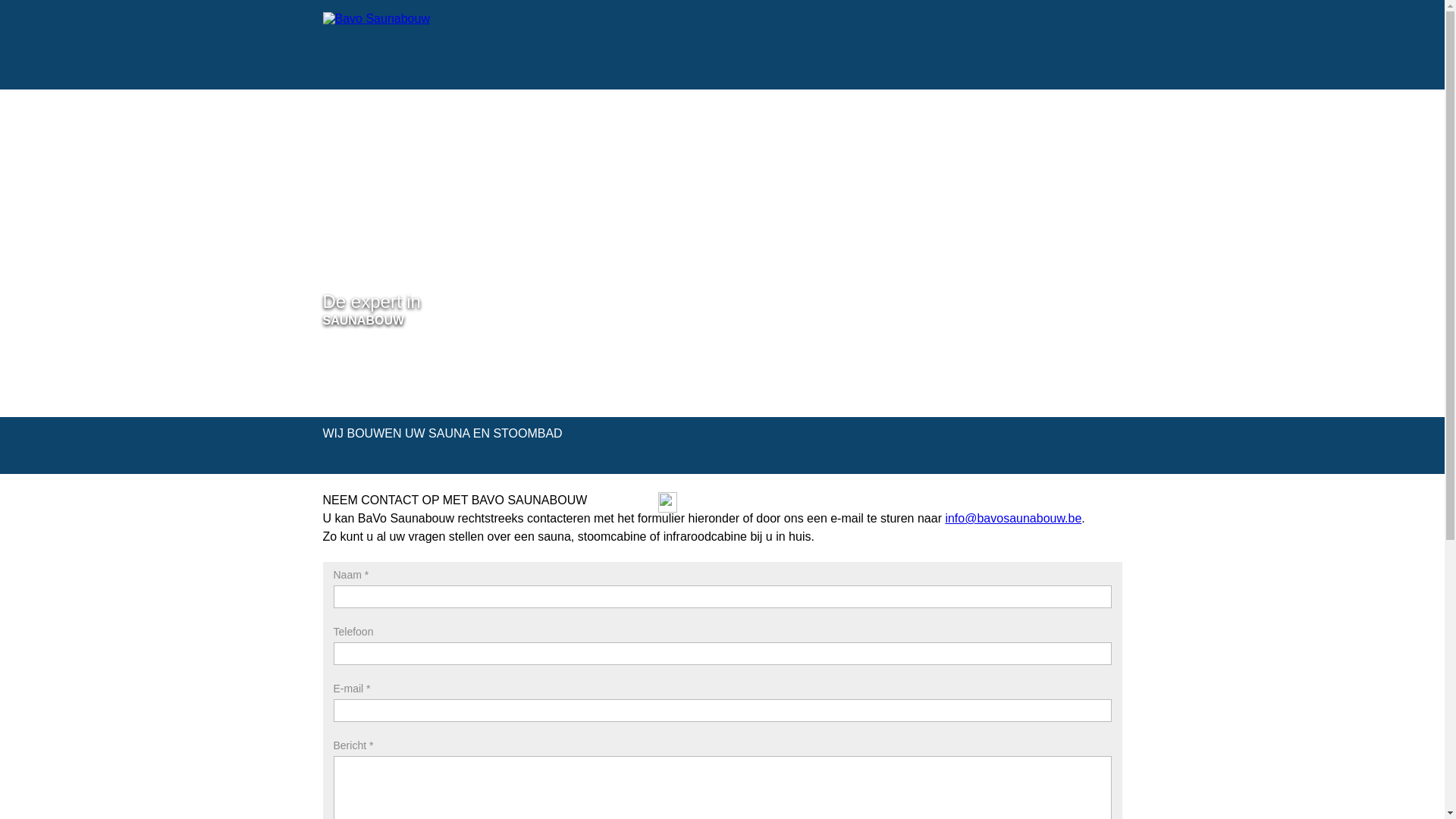 This screenshot has width=1456, height=819. Describe the element at coordinates (1012, 517) in the screenshot. I see `'info@bavosaunabouw.be'` at that location.